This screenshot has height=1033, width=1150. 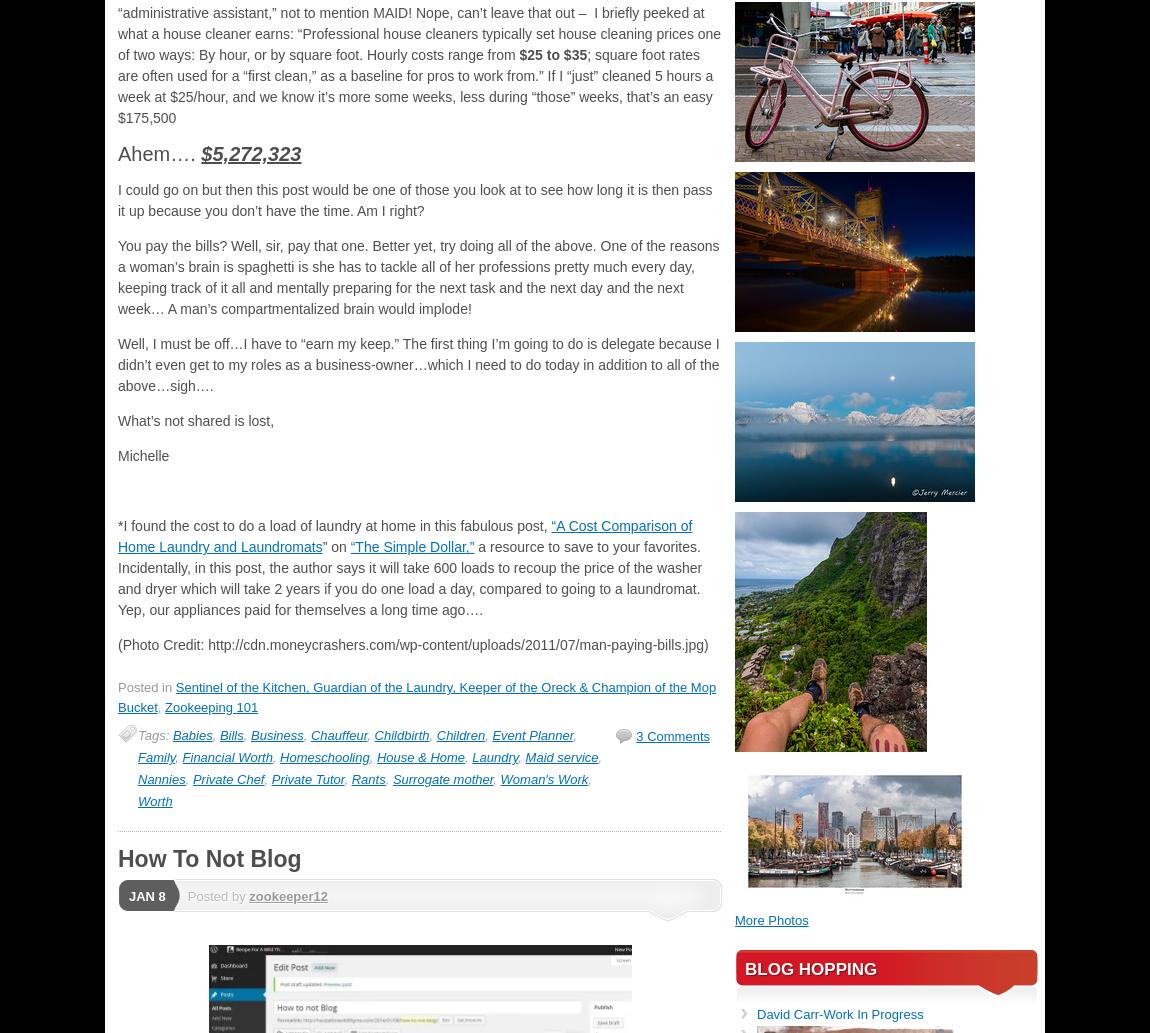 I want to click on 'Babies', so click(x=191, y=735).